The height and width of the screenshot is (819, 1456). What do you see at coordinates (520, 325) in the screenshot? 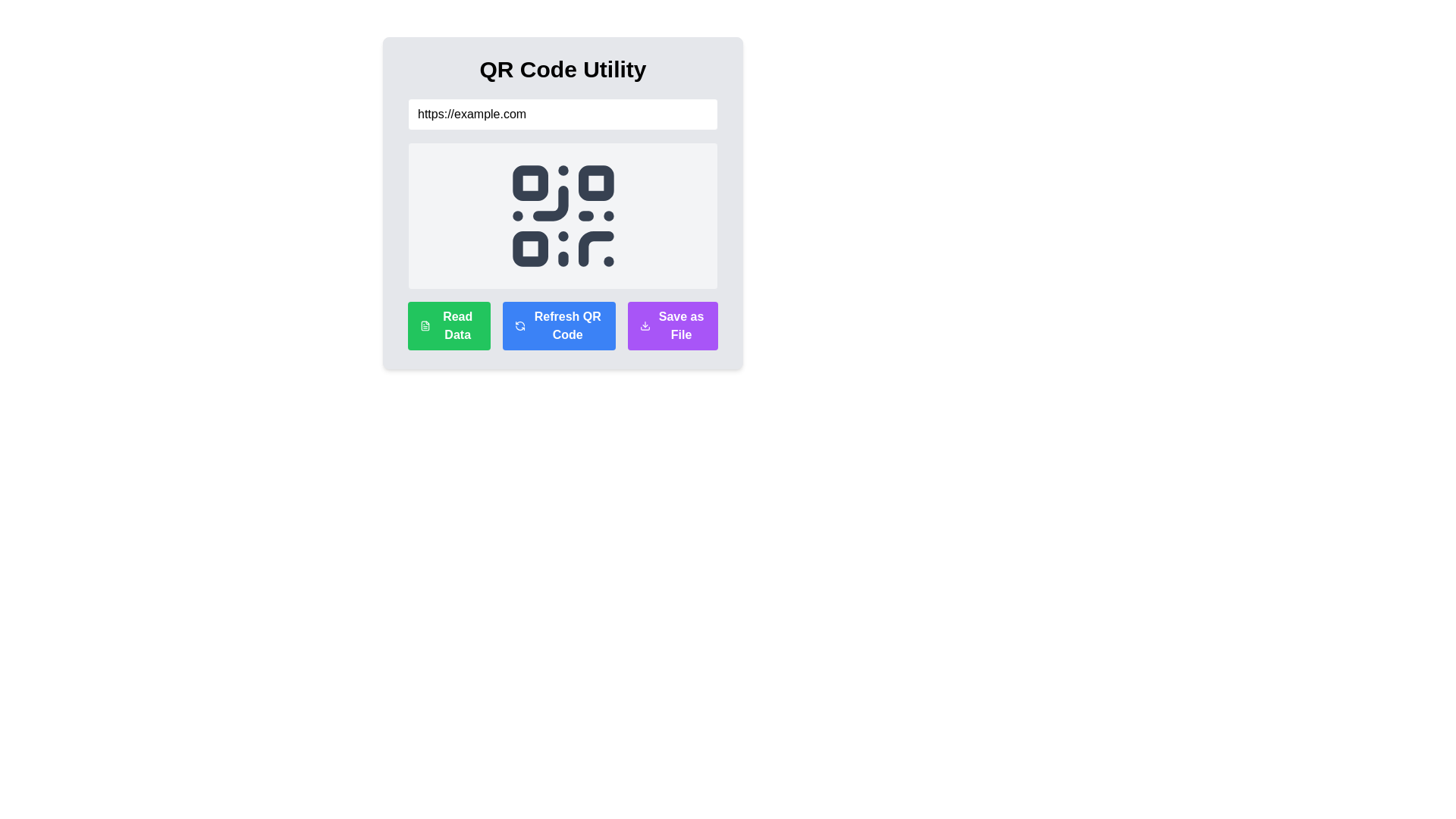
I see `the decorative indicator icon for the 'Refresh QR Code' button, which is horizontally aligned towards the left and vertically centered within the button` at bounding box center [520, 325].